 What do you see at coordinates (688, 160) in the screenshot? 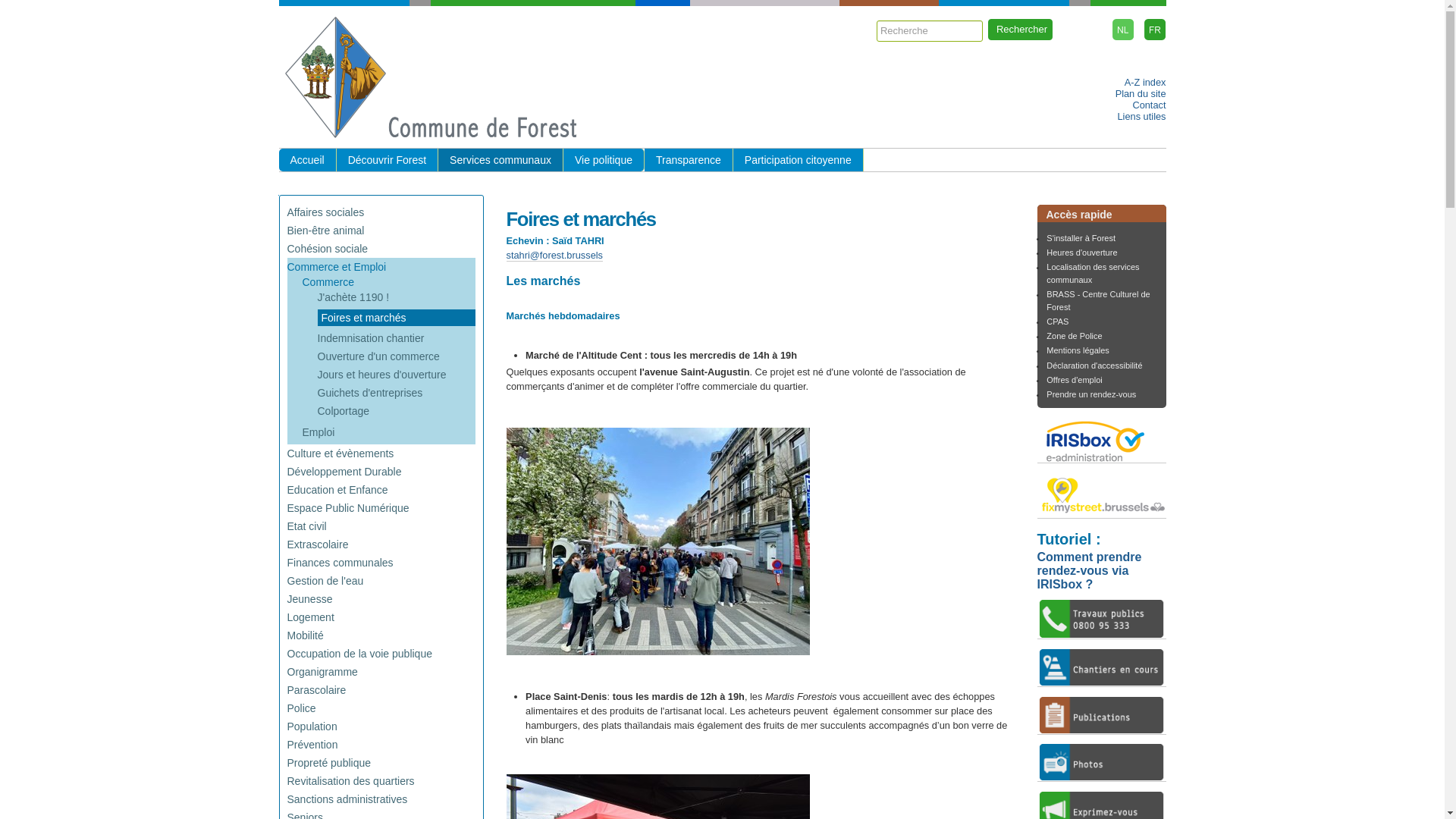
I see `'Transparence'` at bounding box center [688, 160].